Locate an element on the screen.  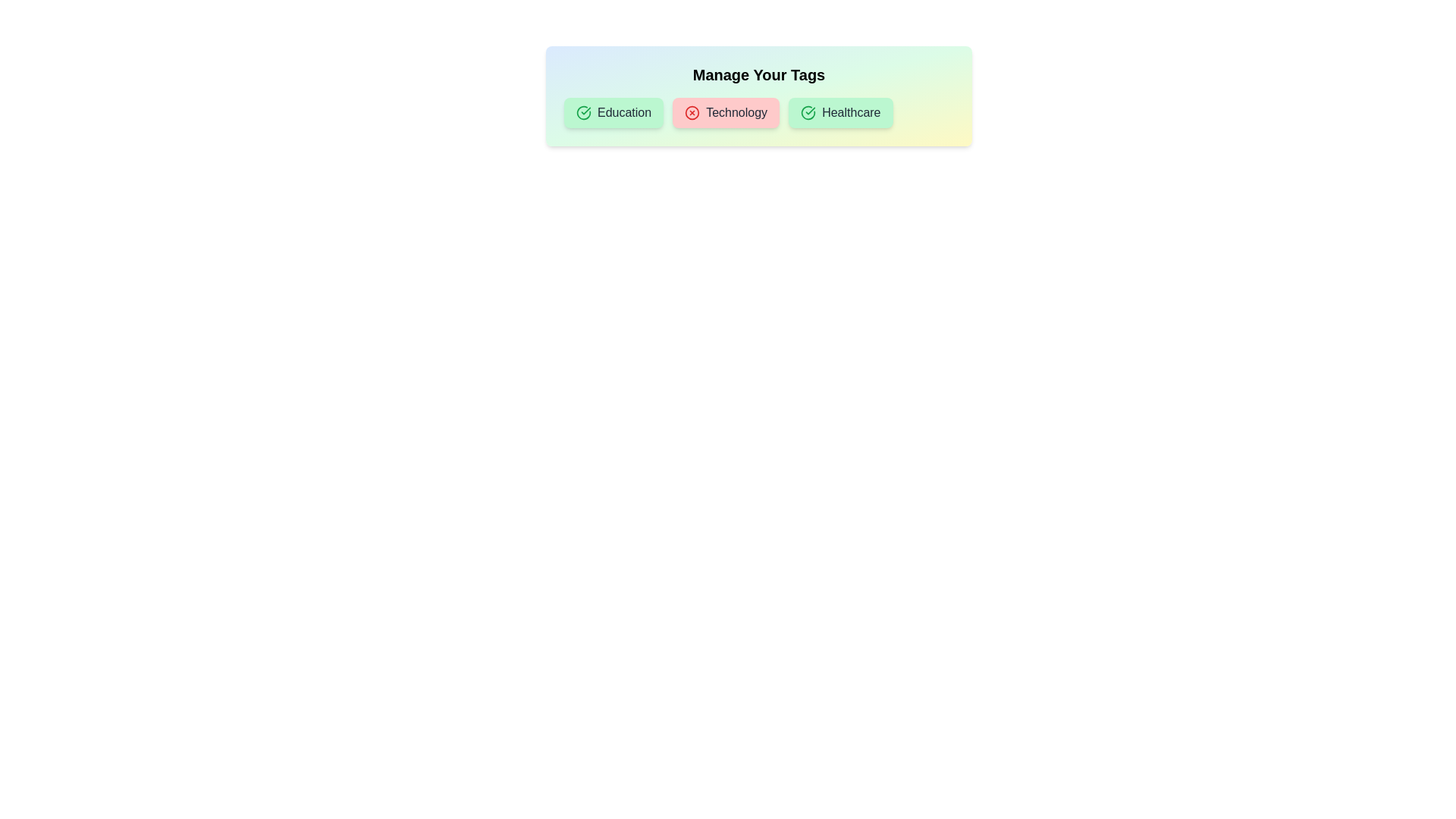
the tag labeled Education is located at coordinates (613, 112).